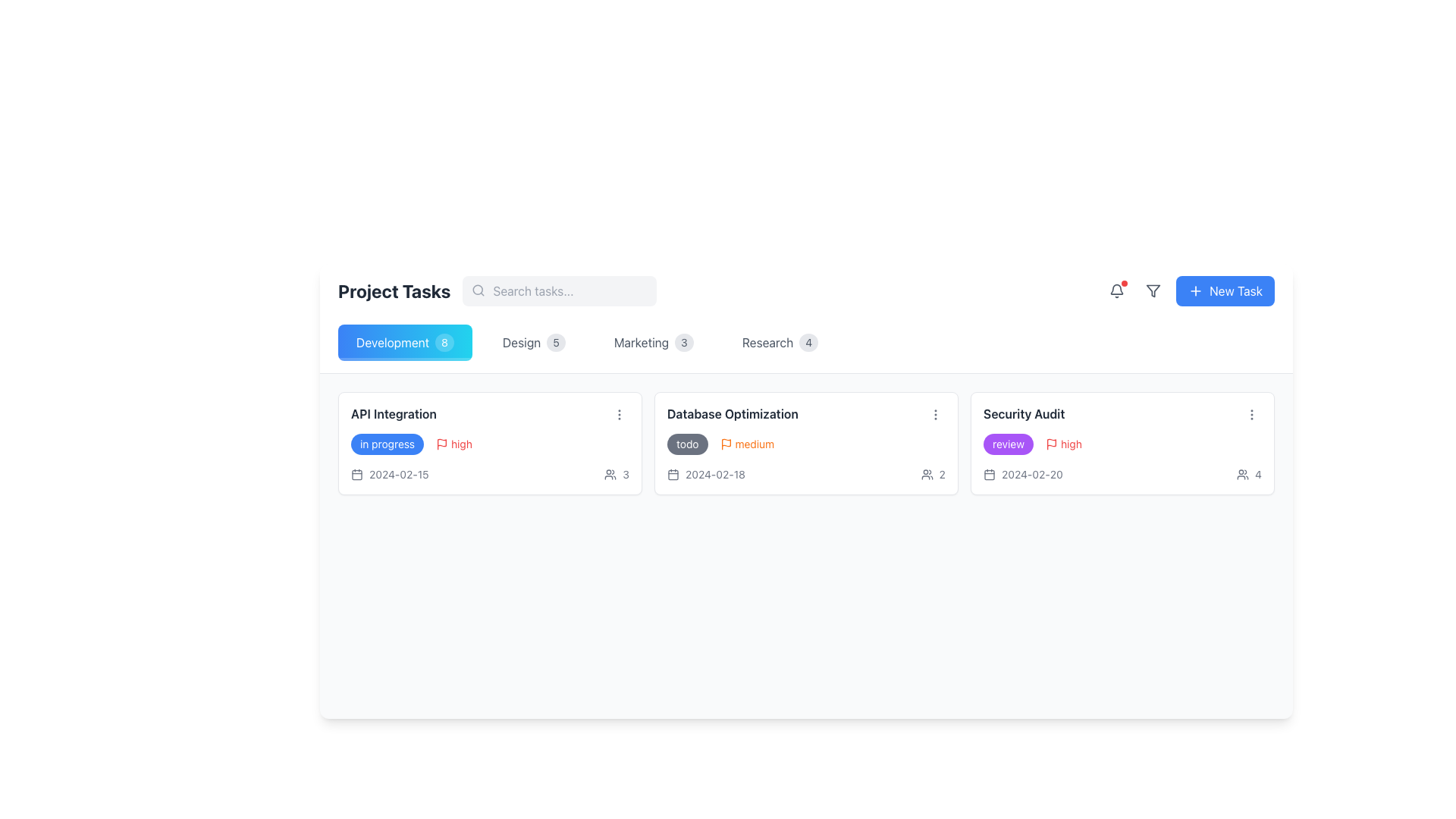  Describe the element at coordinates (1252, 415) in the screenshot. I see `the vertical ellipsis icon in the top-right corner of the 'Security Audit' task card` at that location.